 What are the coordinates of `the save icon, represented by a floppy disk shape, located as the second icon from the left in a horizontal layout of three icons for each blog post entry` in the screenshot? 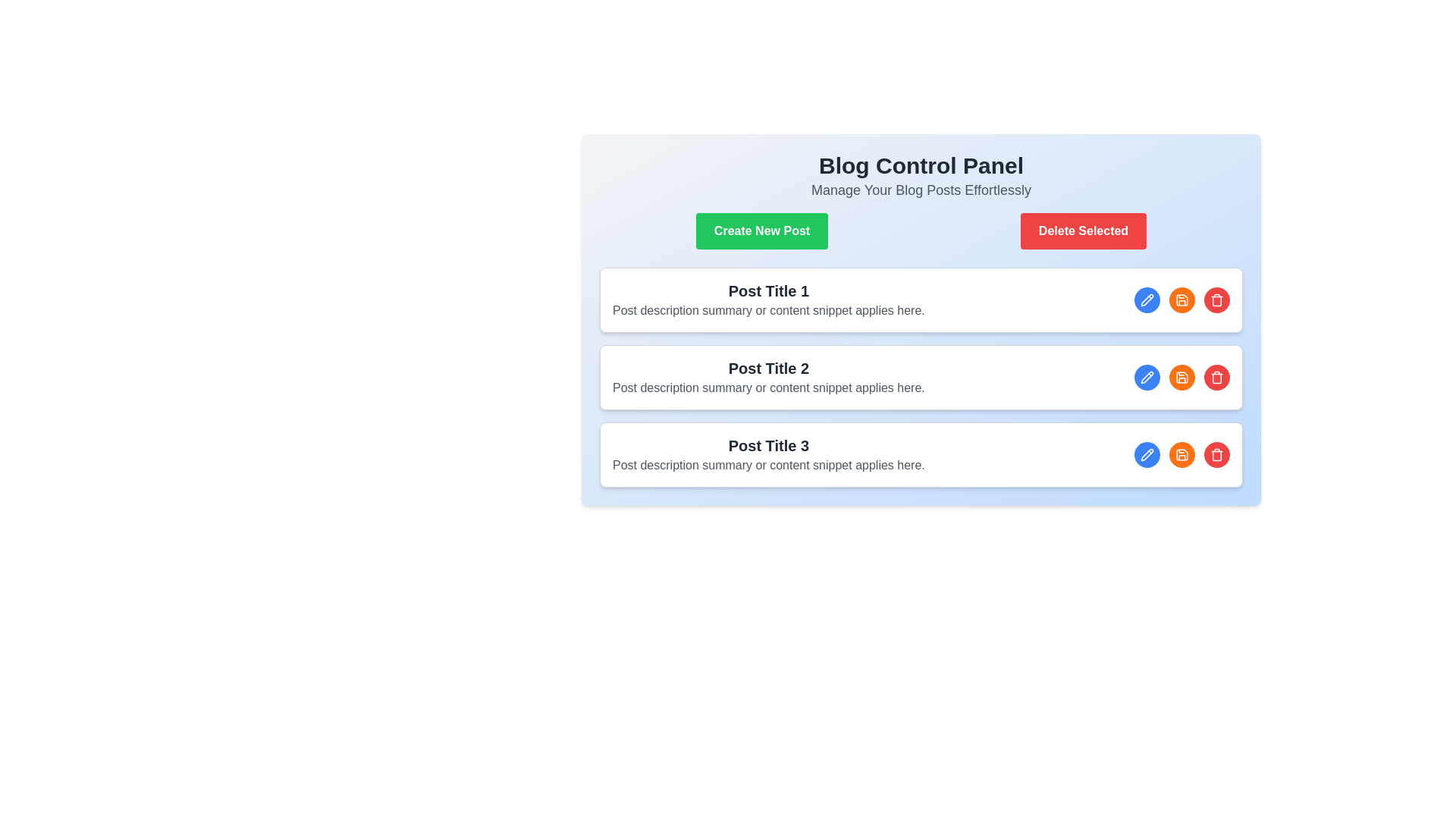 It's located at (1181, 376).